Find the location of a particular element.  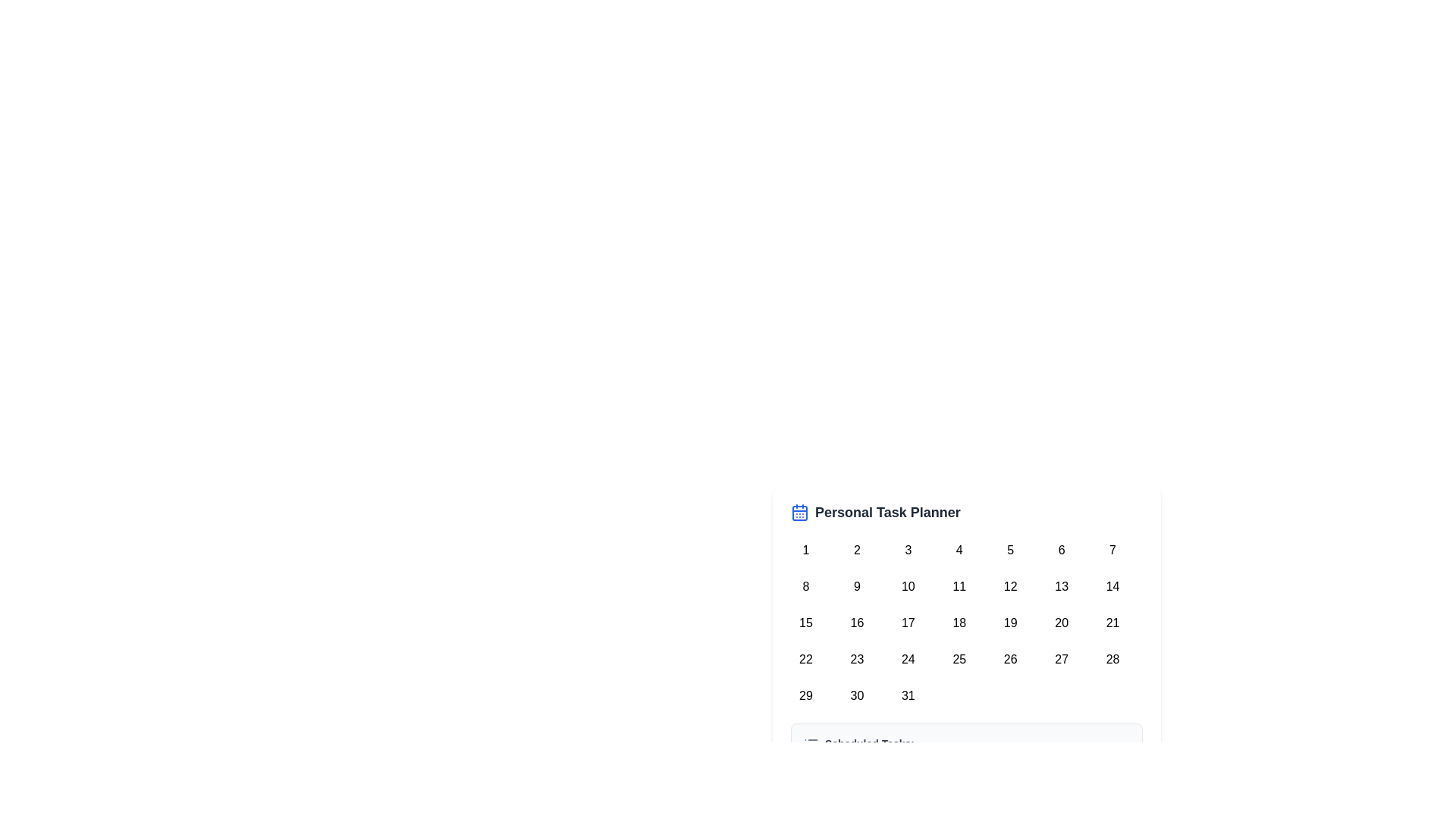

the circular button with a white background displaying the number '8' in black is located at coordinates (805, 586).